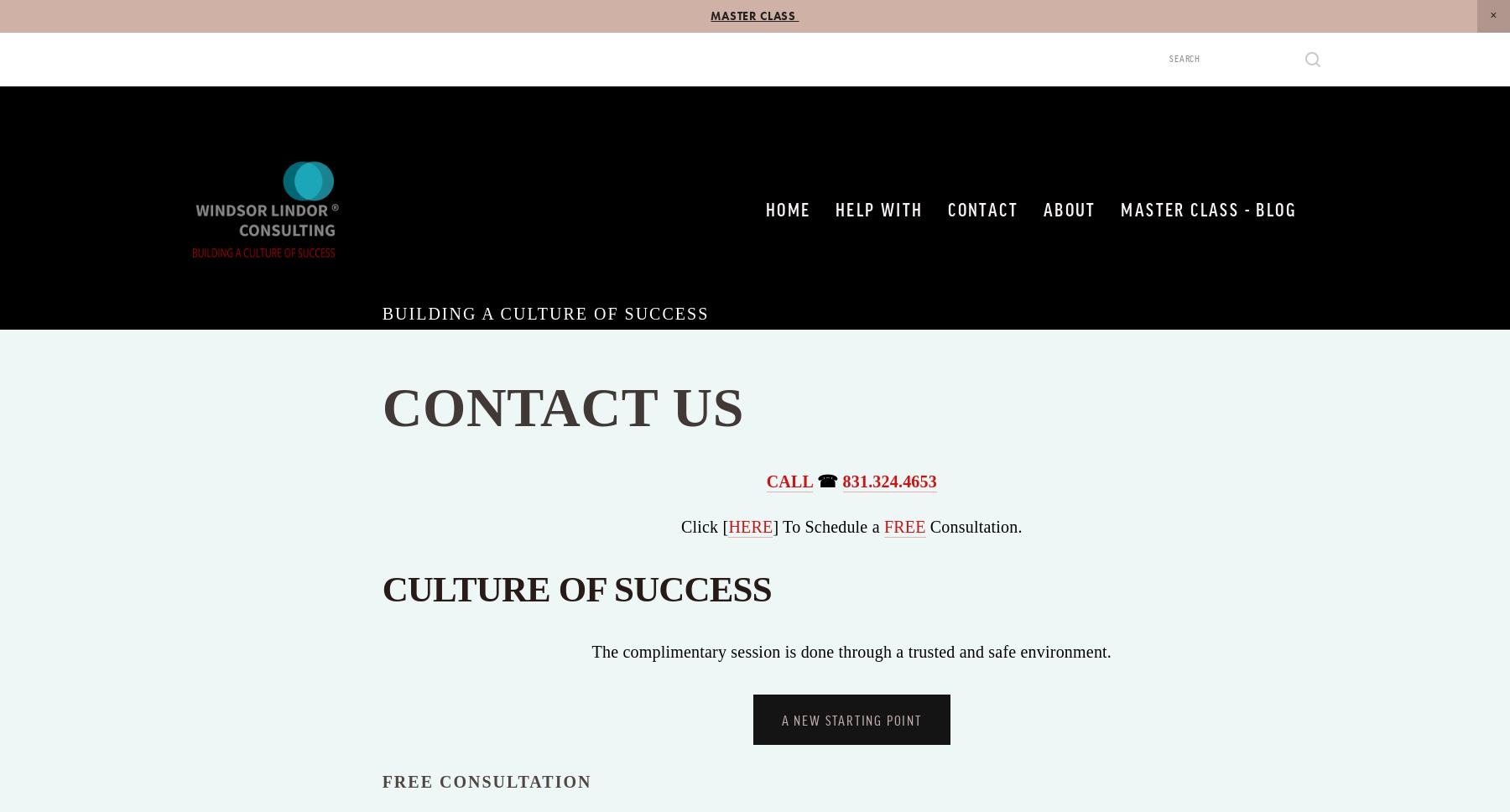  I want to click on 'CONTACT US', so click(569, 407).